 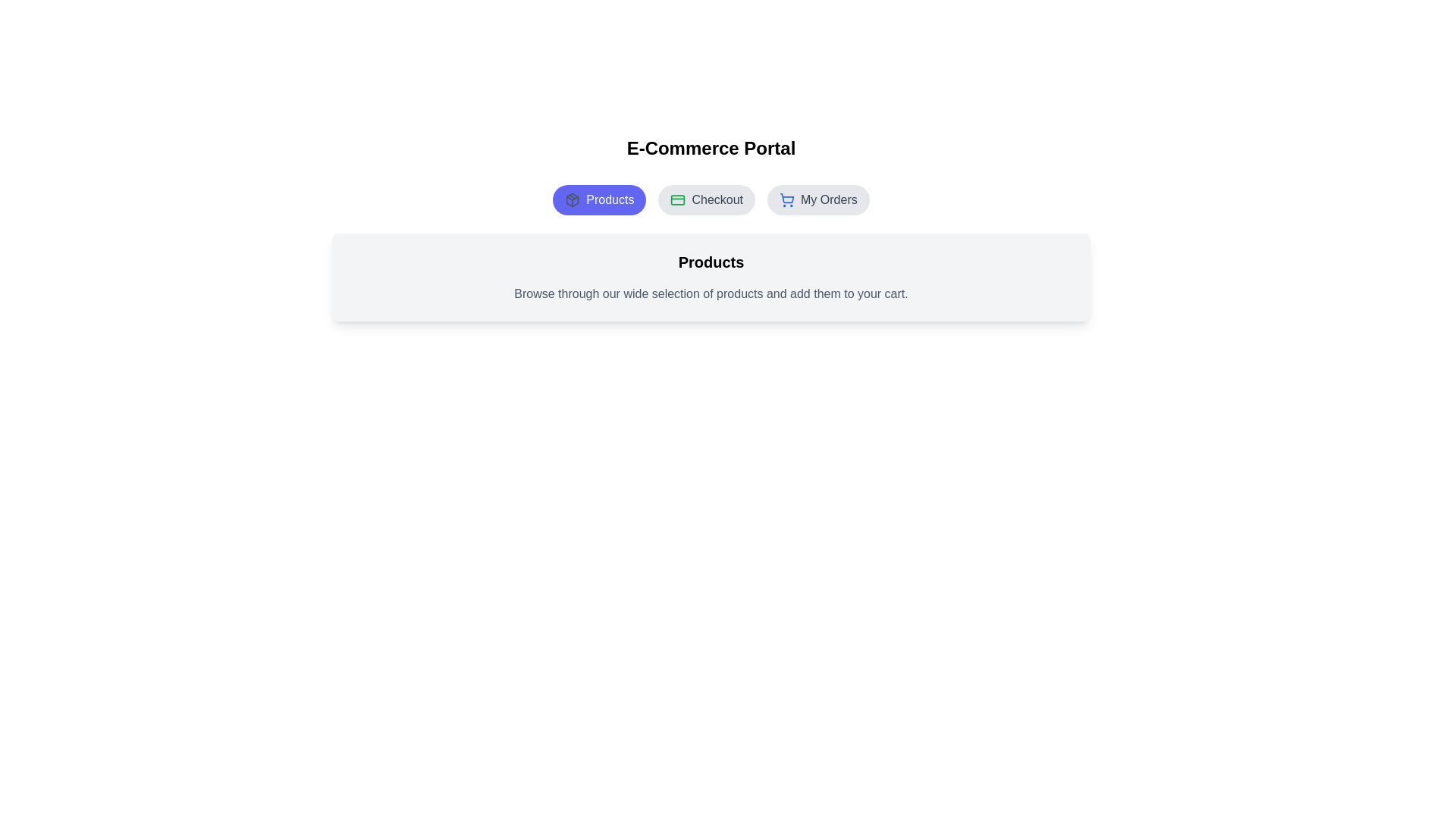 I want to click on the Products tab to view its content, so click(x=598, y=199).